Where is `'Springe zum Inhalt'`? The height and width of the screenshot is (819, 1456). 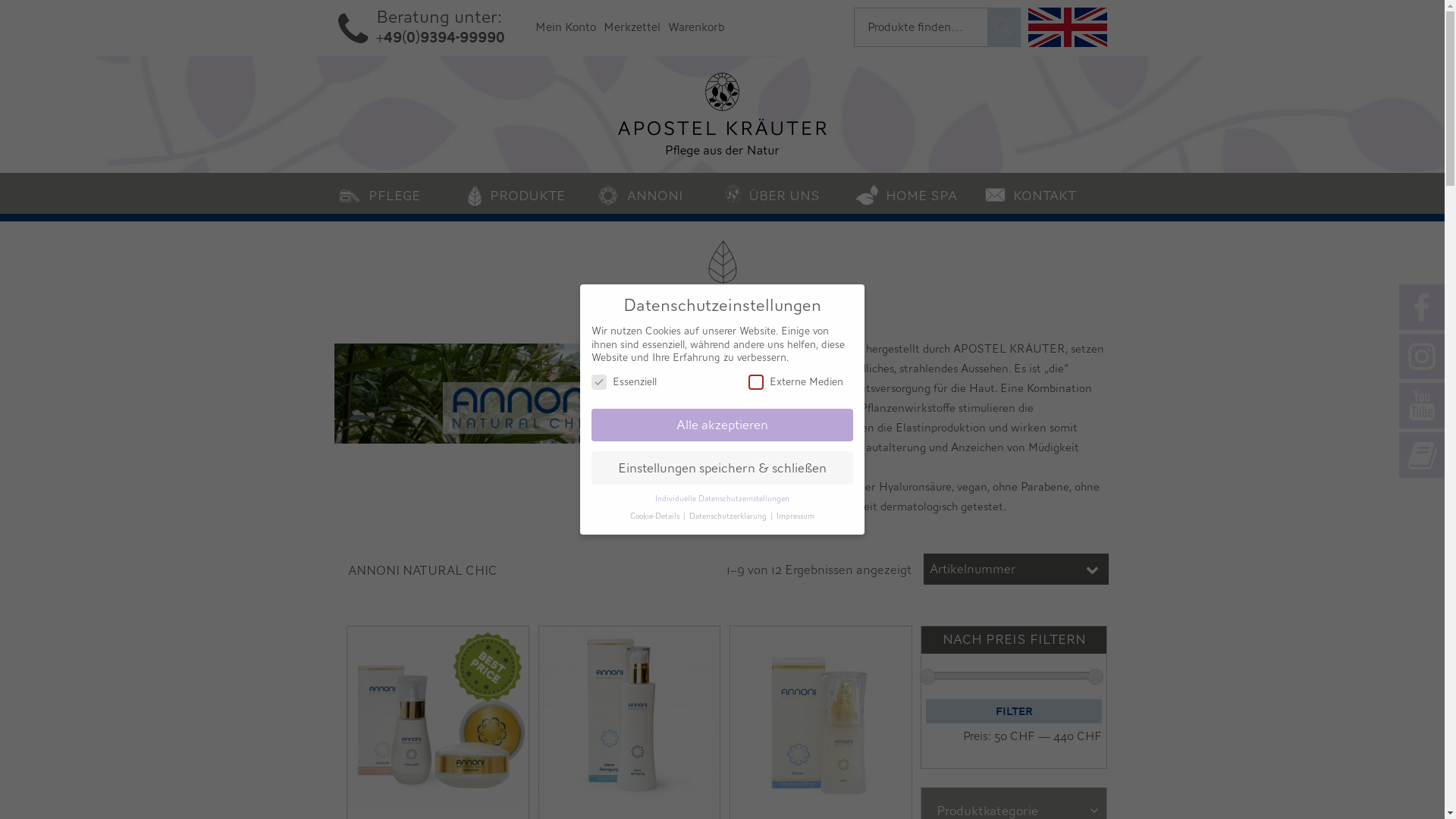
'Springe zum Inhalt' is located at coordinates (58, 187).